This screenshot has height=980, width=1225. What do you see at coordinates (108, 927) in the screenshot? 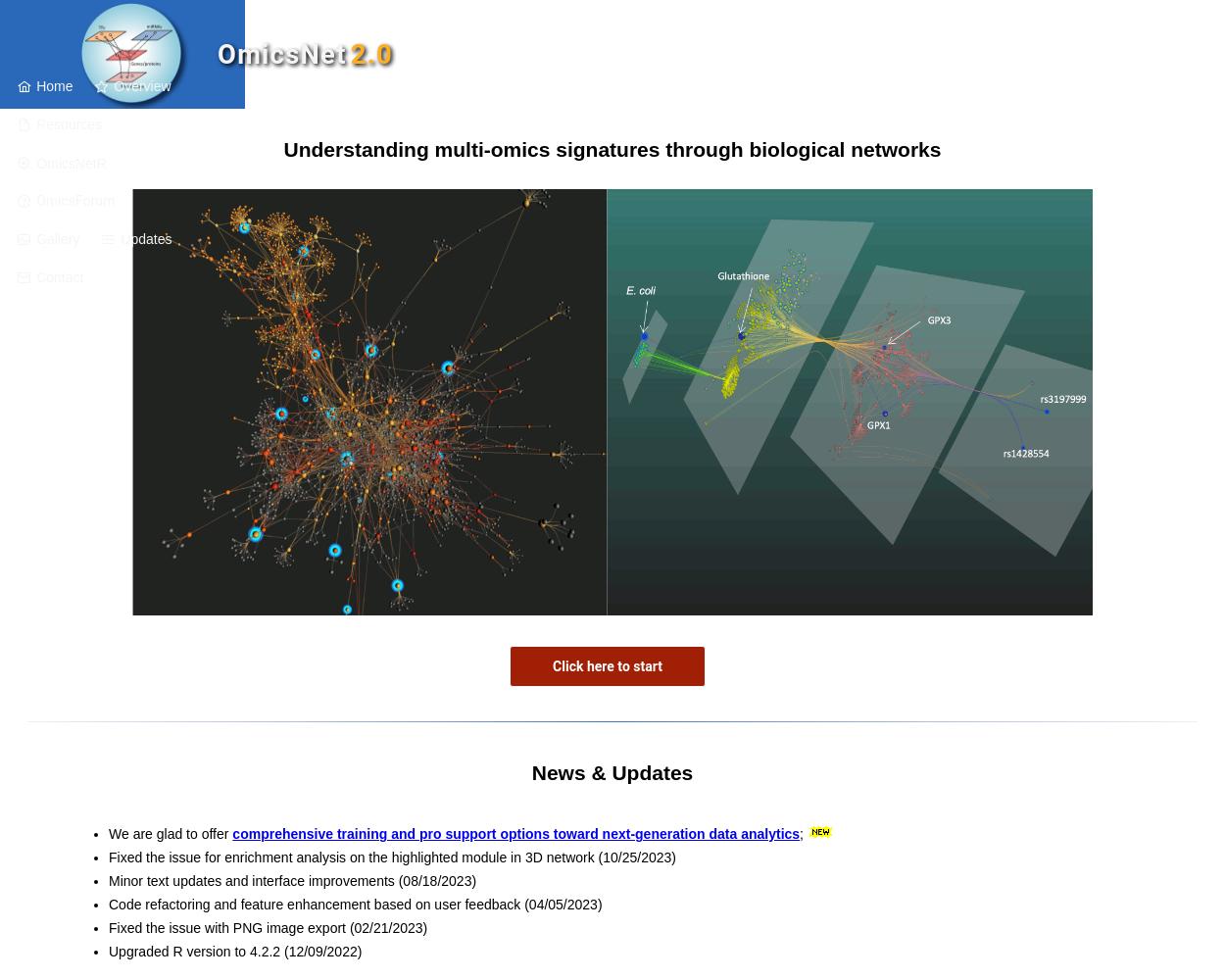
I see `'Fixed the issue with PNG image export (02/21/2023)'` at bounding box center [108, 927].